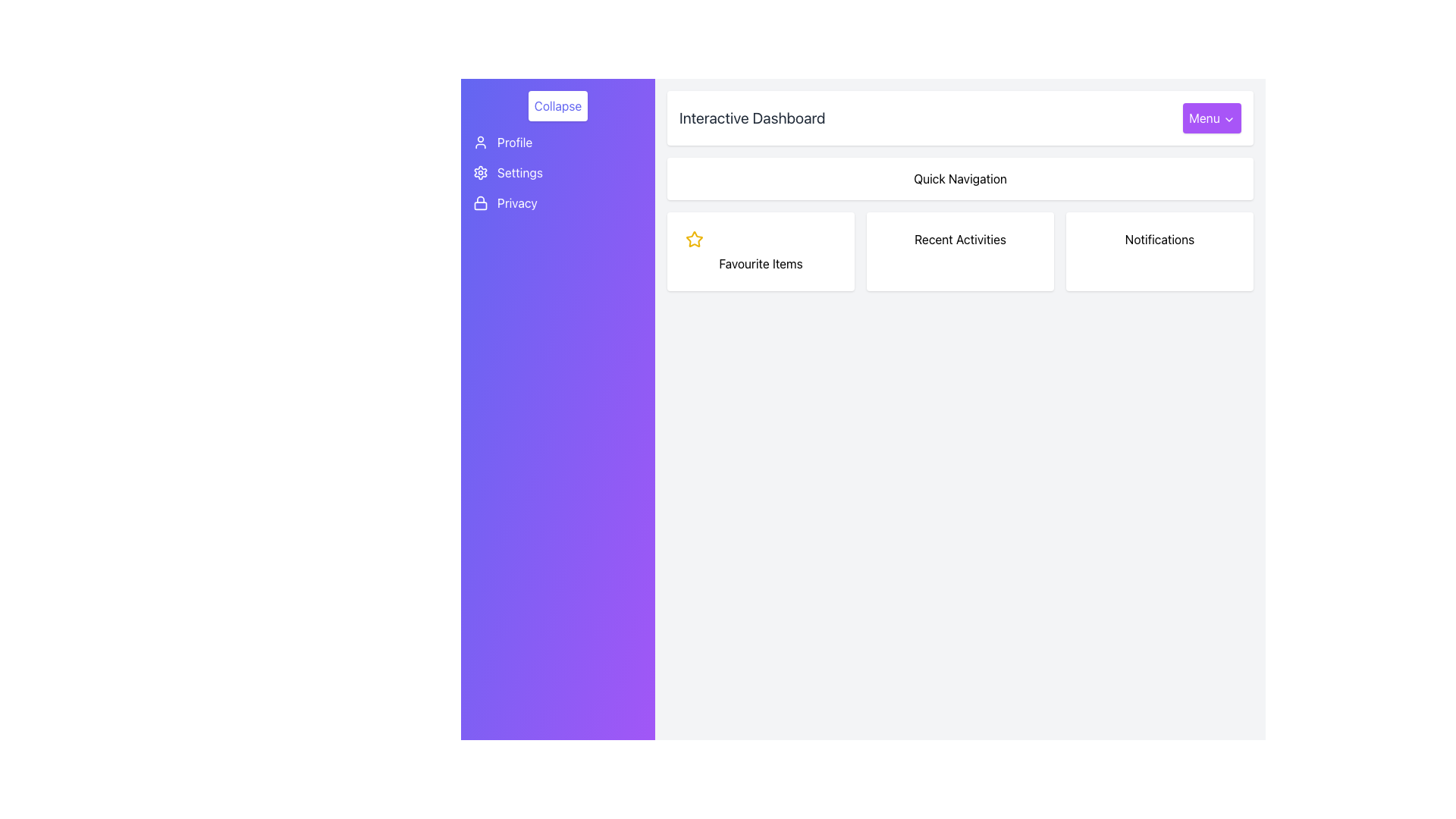 The height and width of the screenshot is (819, 1456). What do you see at coordinates (959, 177) in the screenshot?
I see `label 'Quick Navigation' from the prominent rectangular text field located beneath the 'Interactive Dashboard' section` at bounding box center [959, 177].